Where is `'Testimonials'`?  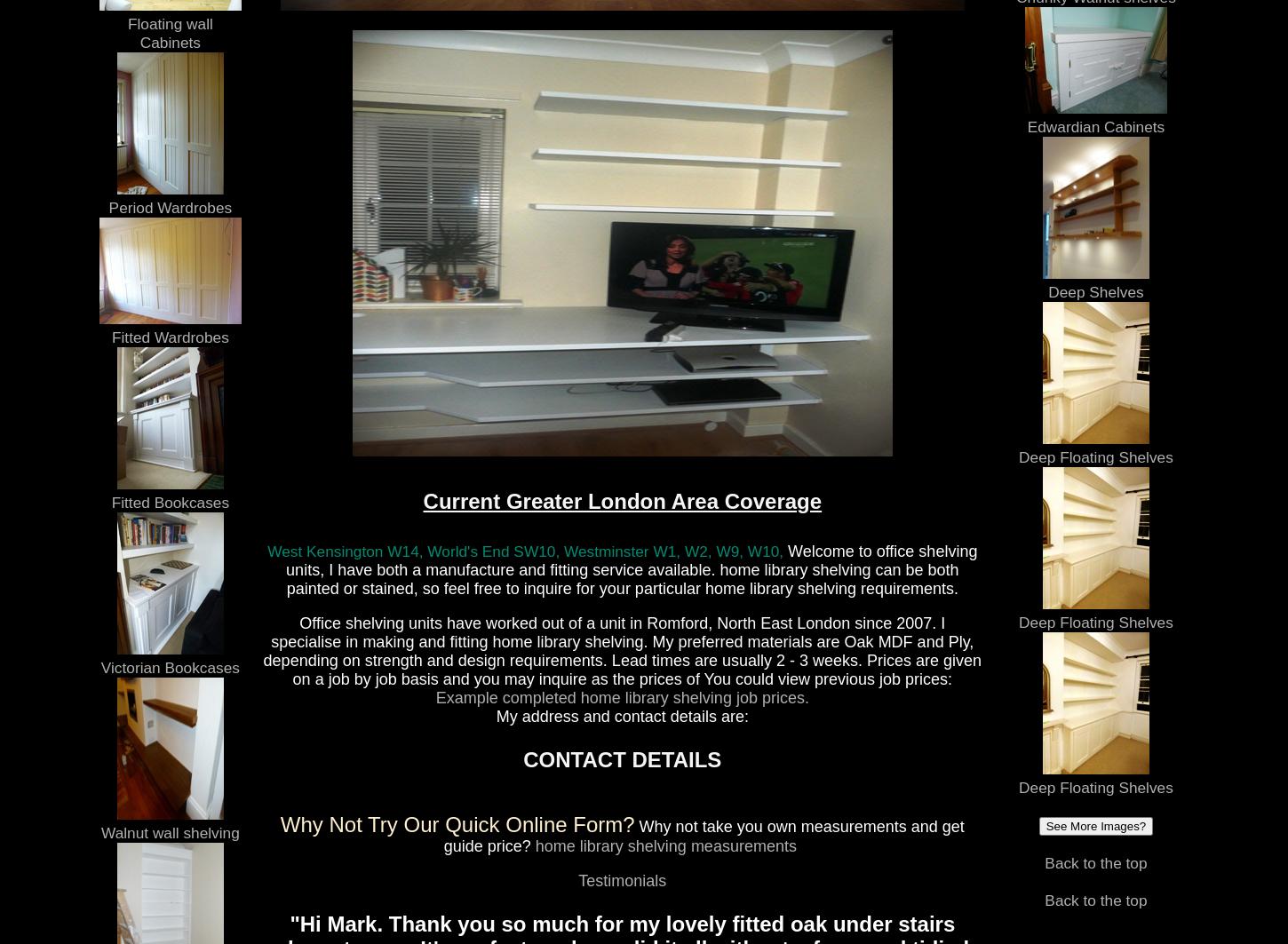
'Testimonials' is located at coordinates (577, 879).